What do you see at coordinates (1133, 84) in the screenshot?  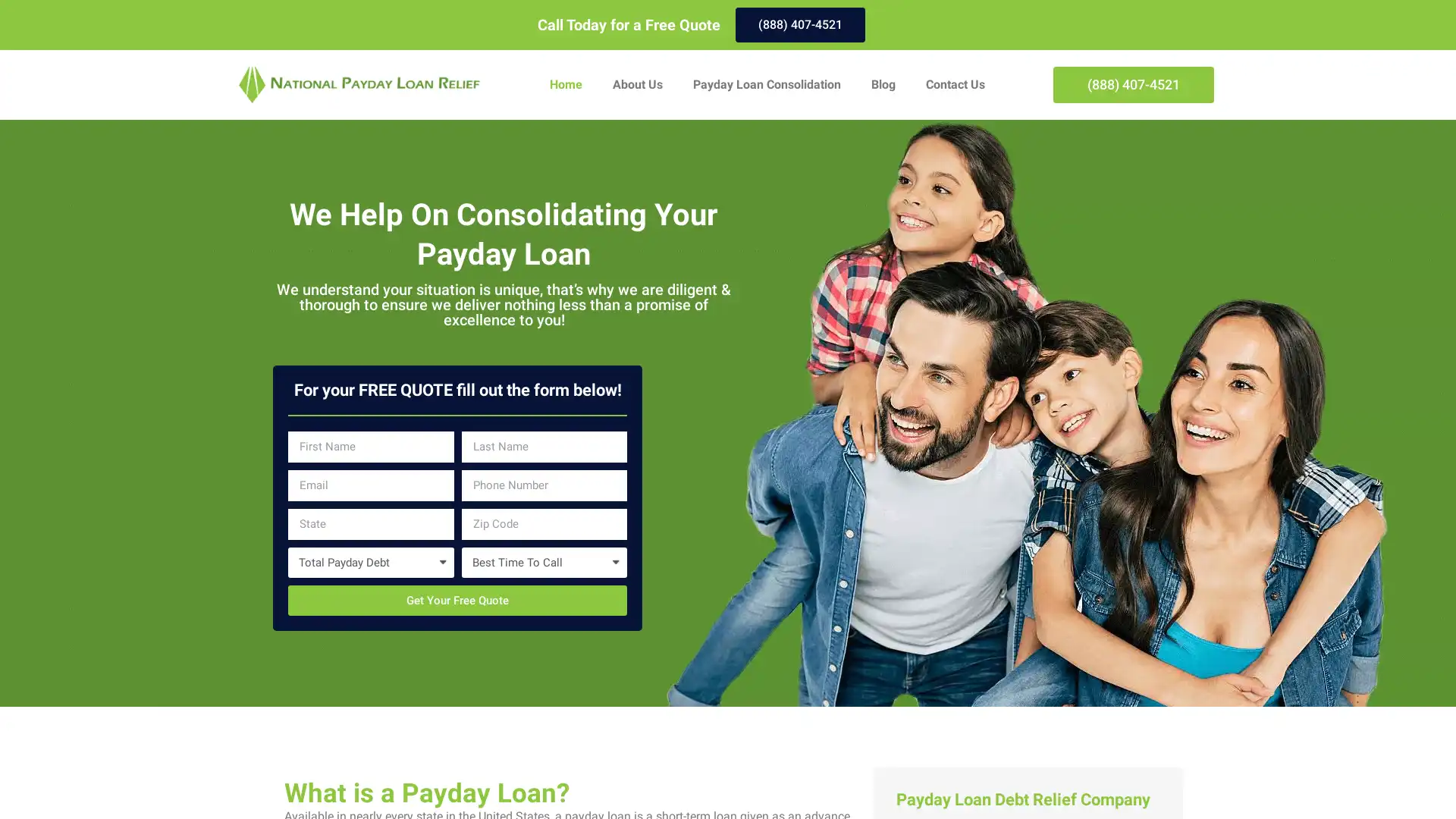 I see `(888) 407-4521` at bounding box center [1133, 84].